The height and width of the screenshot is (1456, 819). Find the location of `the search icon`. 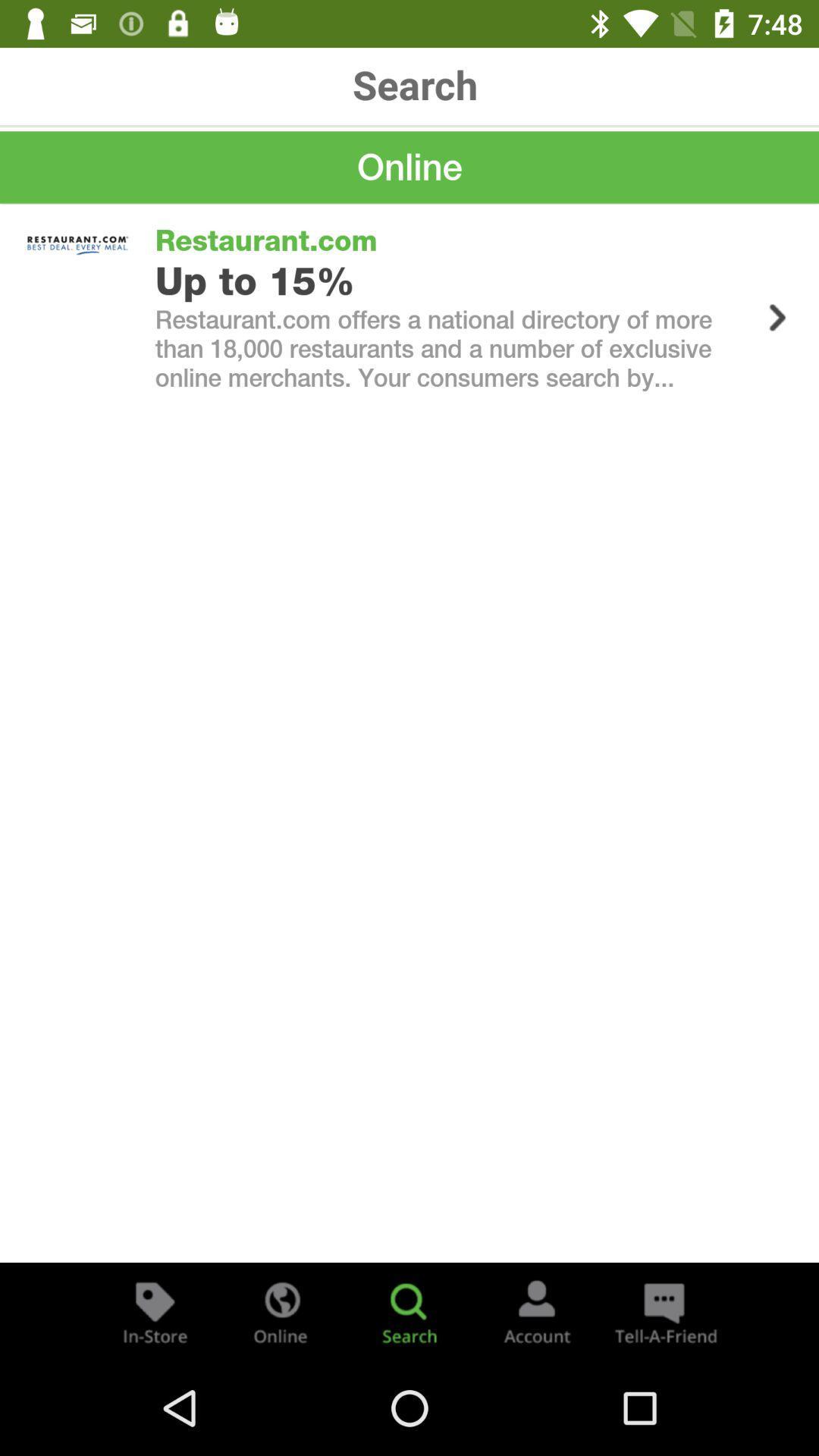

the search icon is located at coordinates (409, 1310).